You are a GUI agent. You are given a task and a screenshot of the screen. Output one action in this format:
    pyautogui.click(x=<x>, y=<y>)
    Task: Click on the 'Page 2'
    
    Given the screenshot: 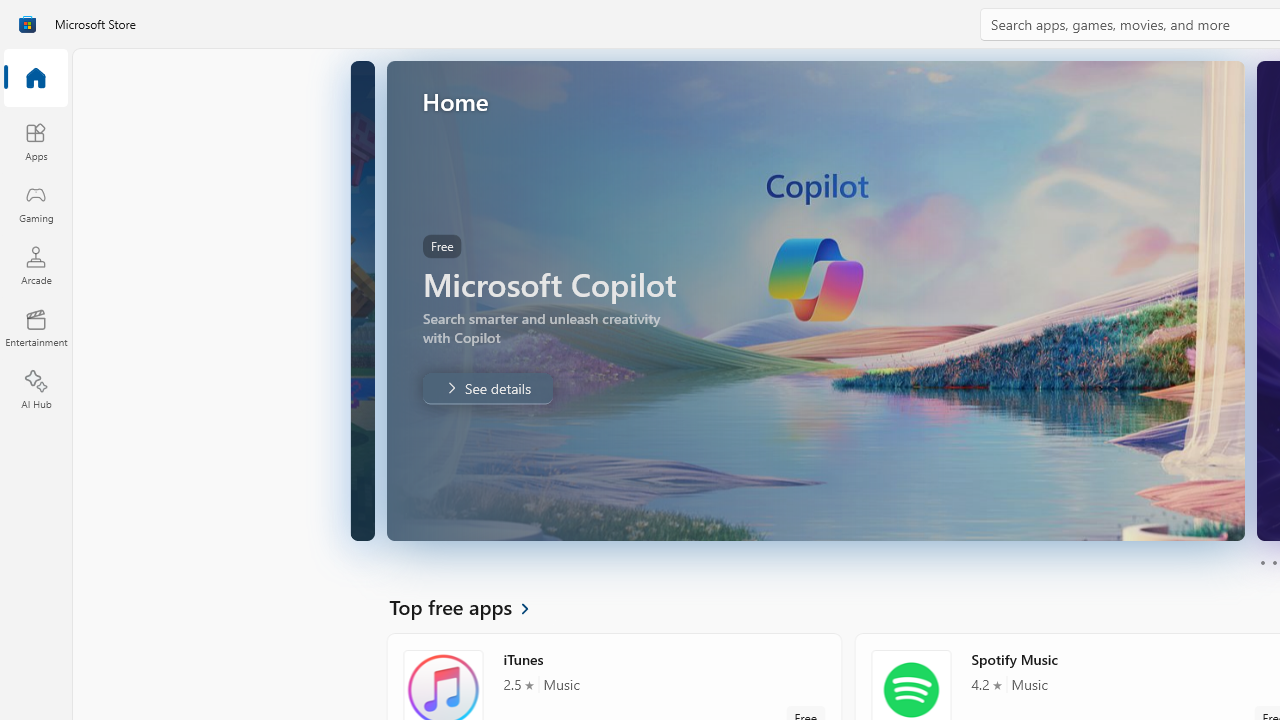 What is the action you would take?
    pyautogui.click(x=1273, y=563)
    